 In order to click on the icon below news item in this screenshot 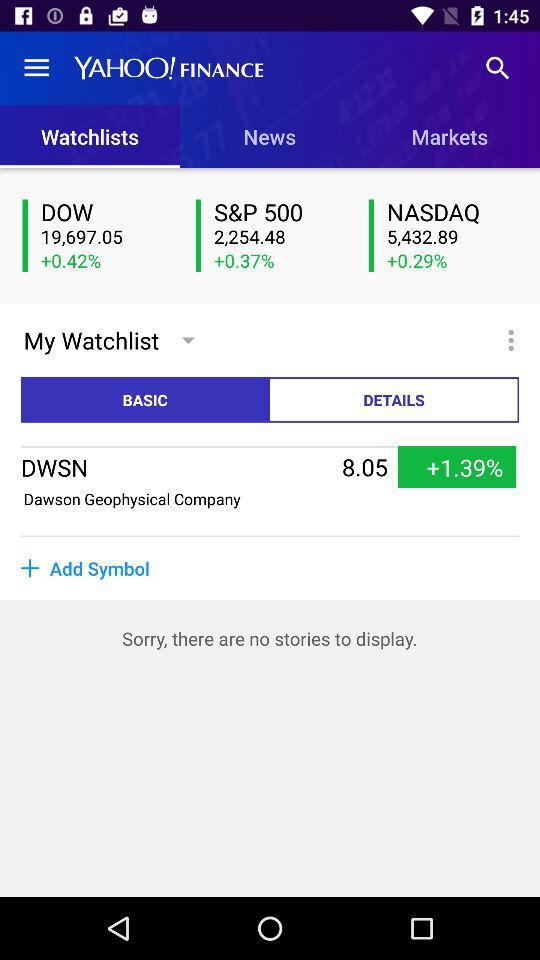, I will do `click(278, 213)`.